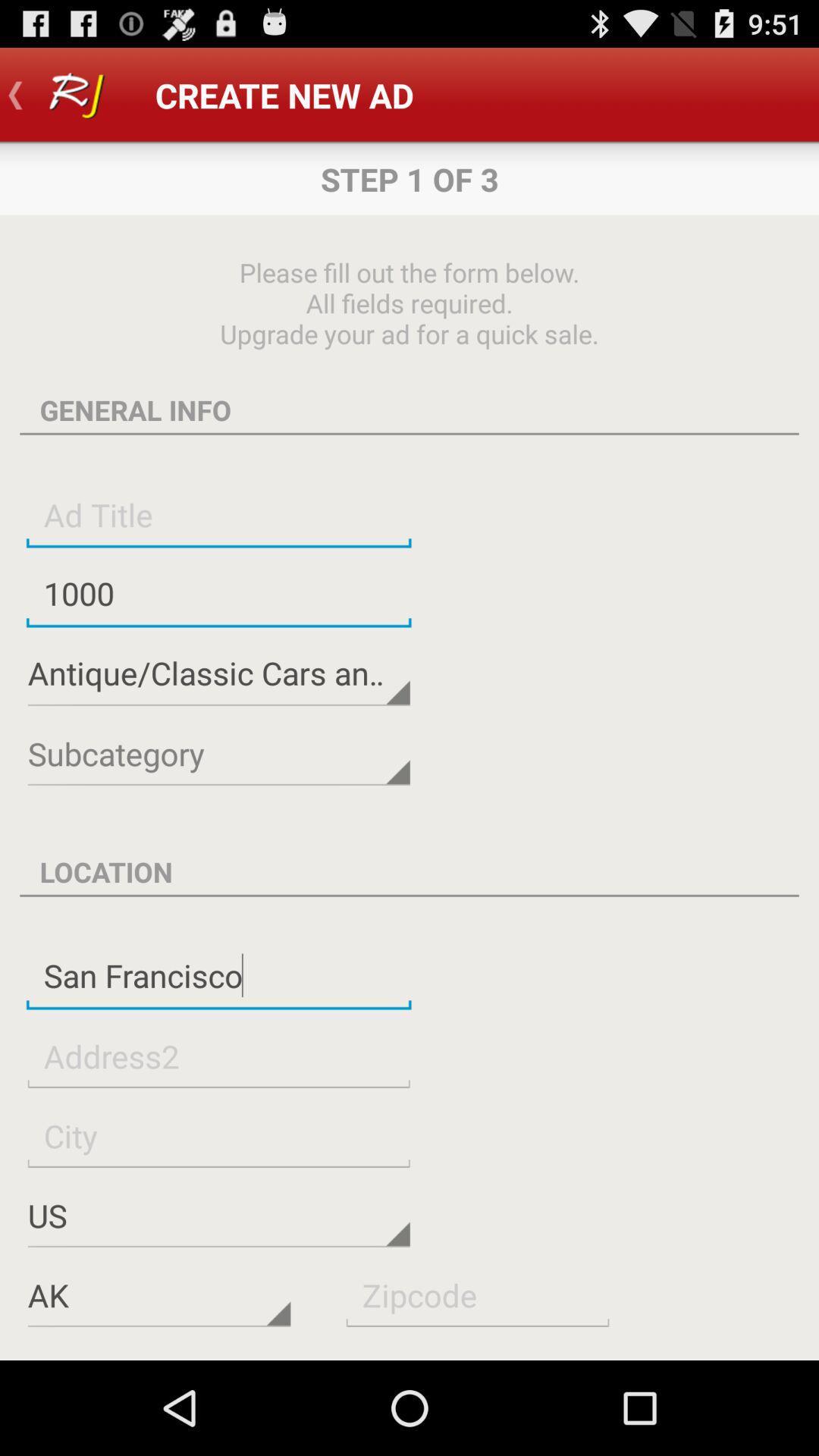 The height and width of the screenshot is (1456, 819). Describe the element at coordinates (218, 1135) in the screenshot. I see `city name` at that location.